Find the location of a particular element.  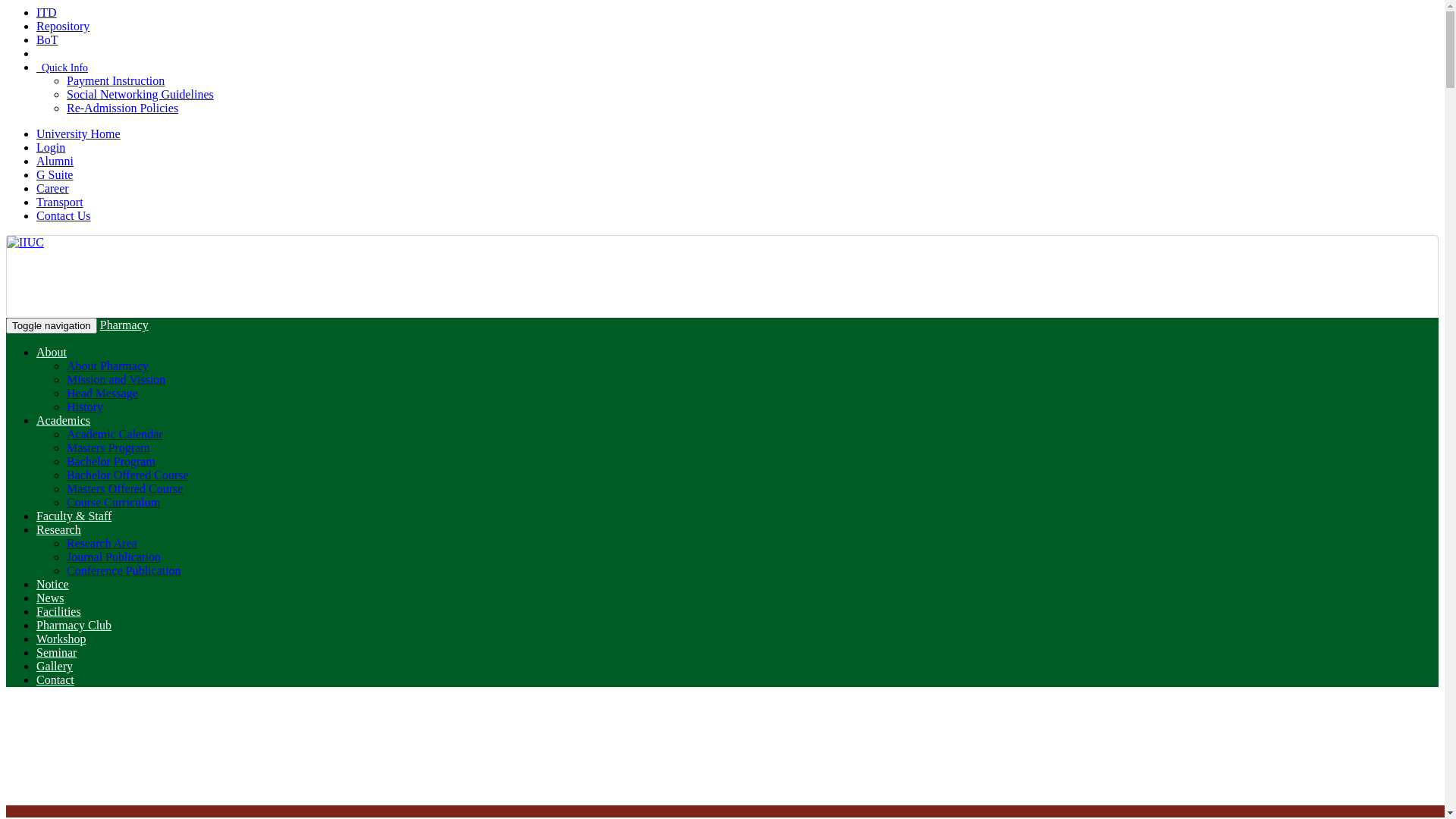

'Journal Publication' is located at coordinates (112, 557).